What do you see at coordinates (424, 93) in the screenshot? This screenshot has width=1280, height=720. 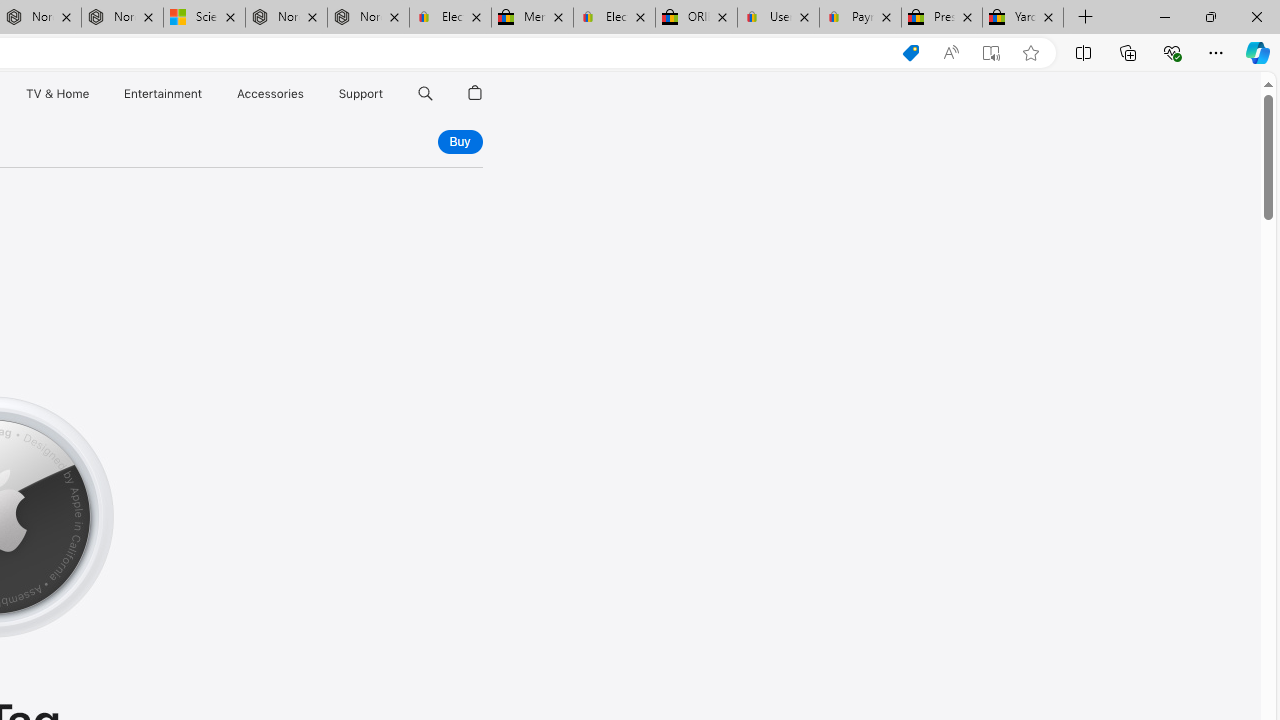 I see `'Class: globalnav-item globalnav-search shift-0-1'` at bounding box center [424, 93].